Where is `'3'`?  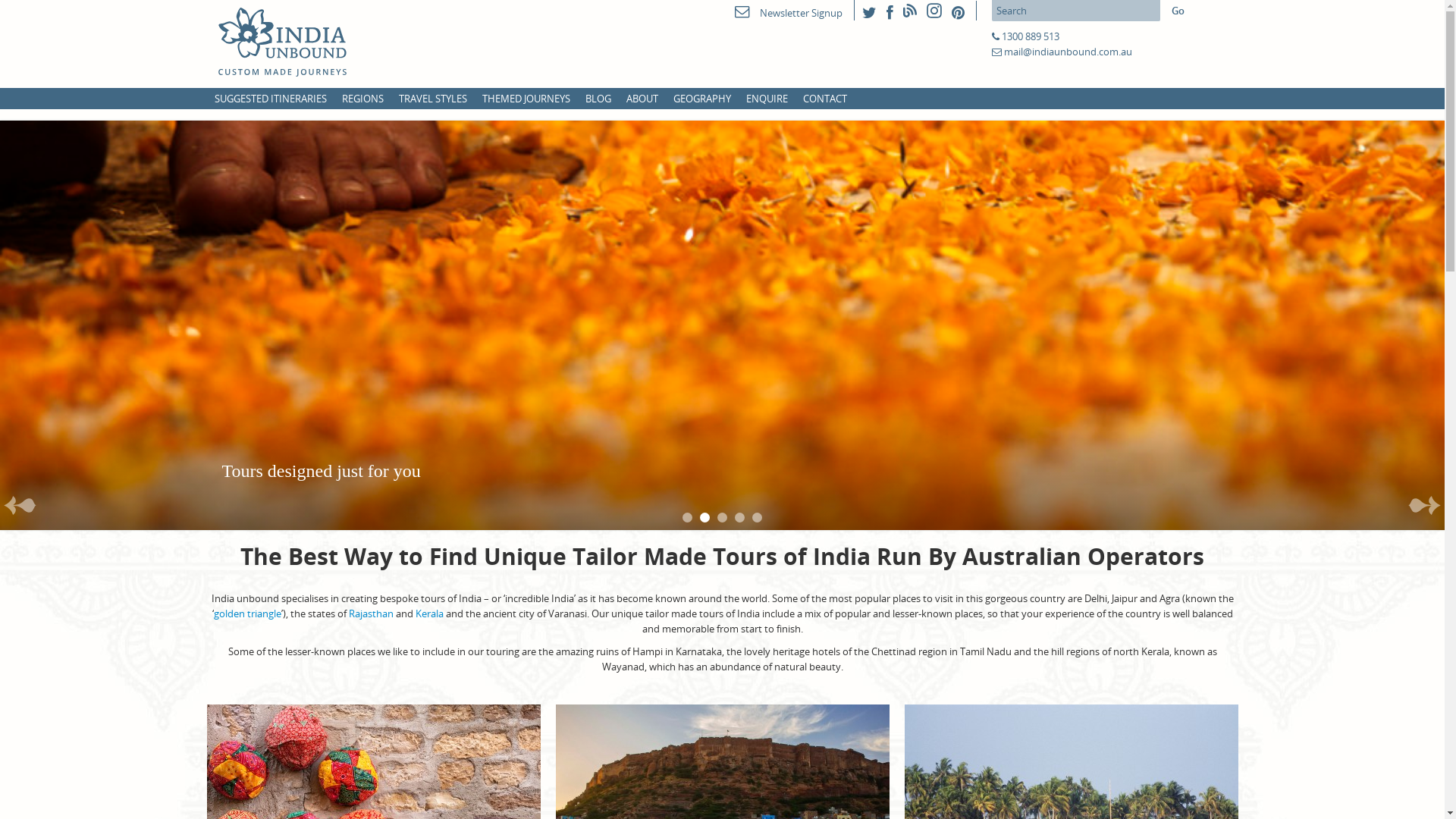 '3' is located at coordinates (721, 516).